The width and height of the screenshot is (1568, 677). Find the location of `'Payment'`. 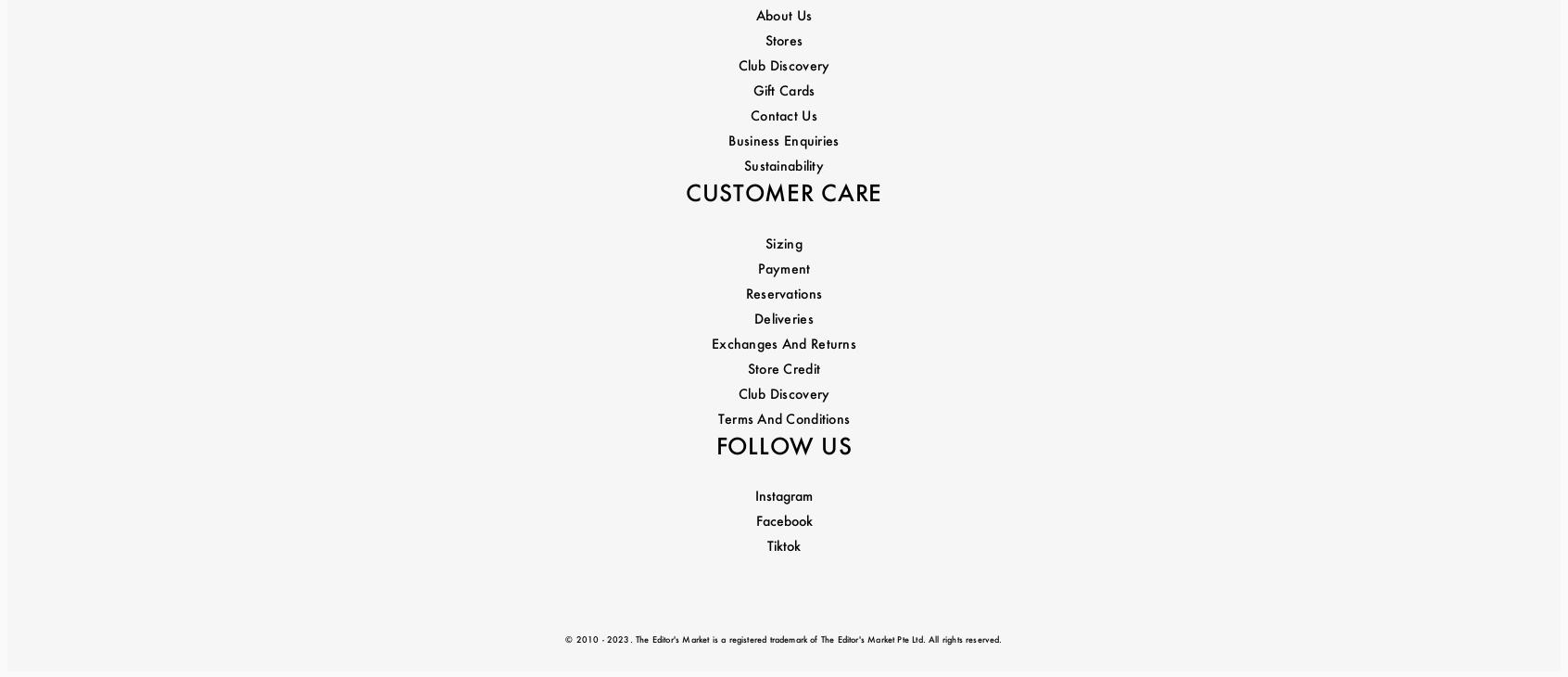

'Payment' is located at coordinates (783, 119).